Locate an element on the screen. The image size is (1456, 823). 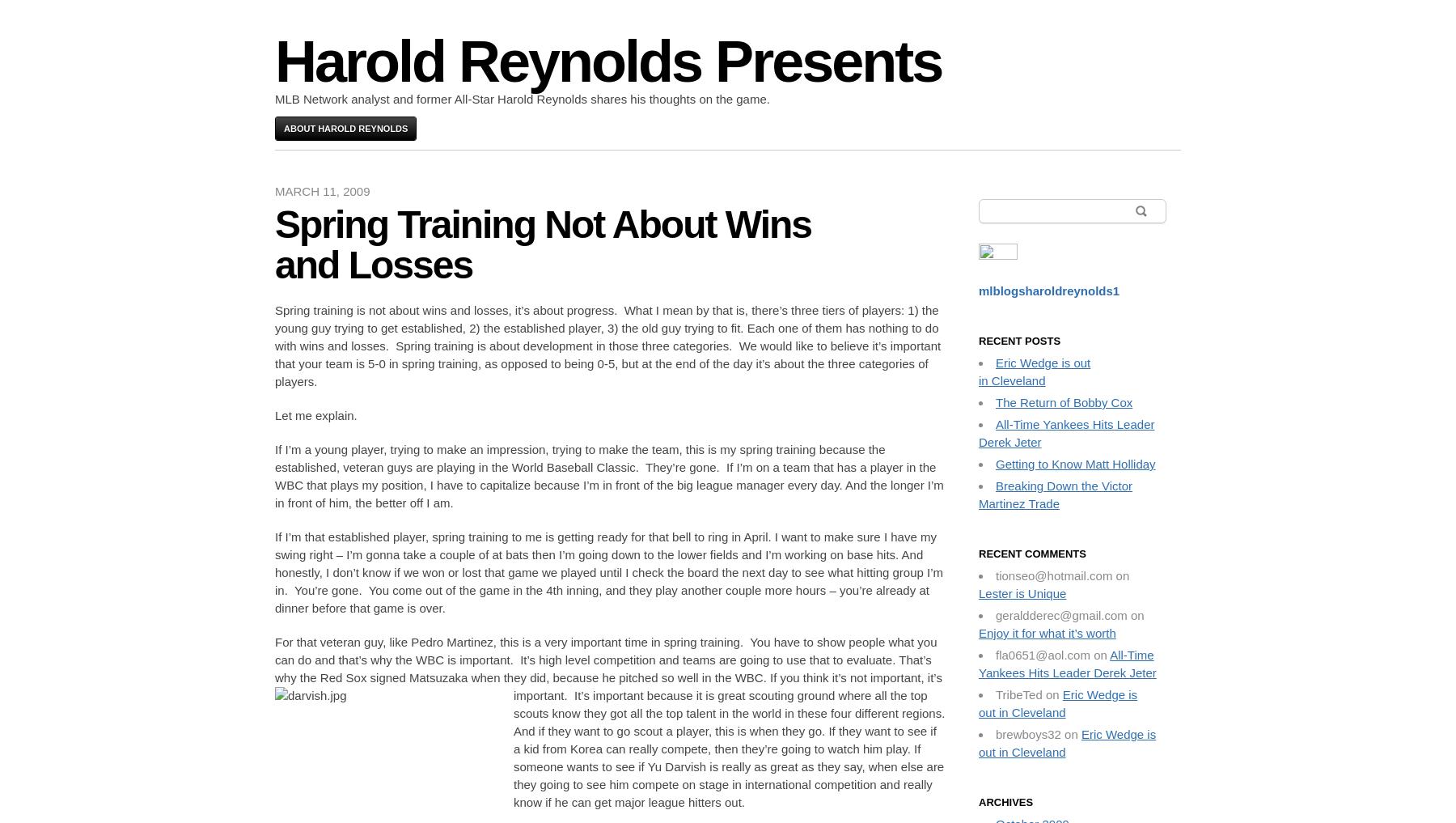
'geraldderec@gmail.com on' is located at coordinates (1069, 615).